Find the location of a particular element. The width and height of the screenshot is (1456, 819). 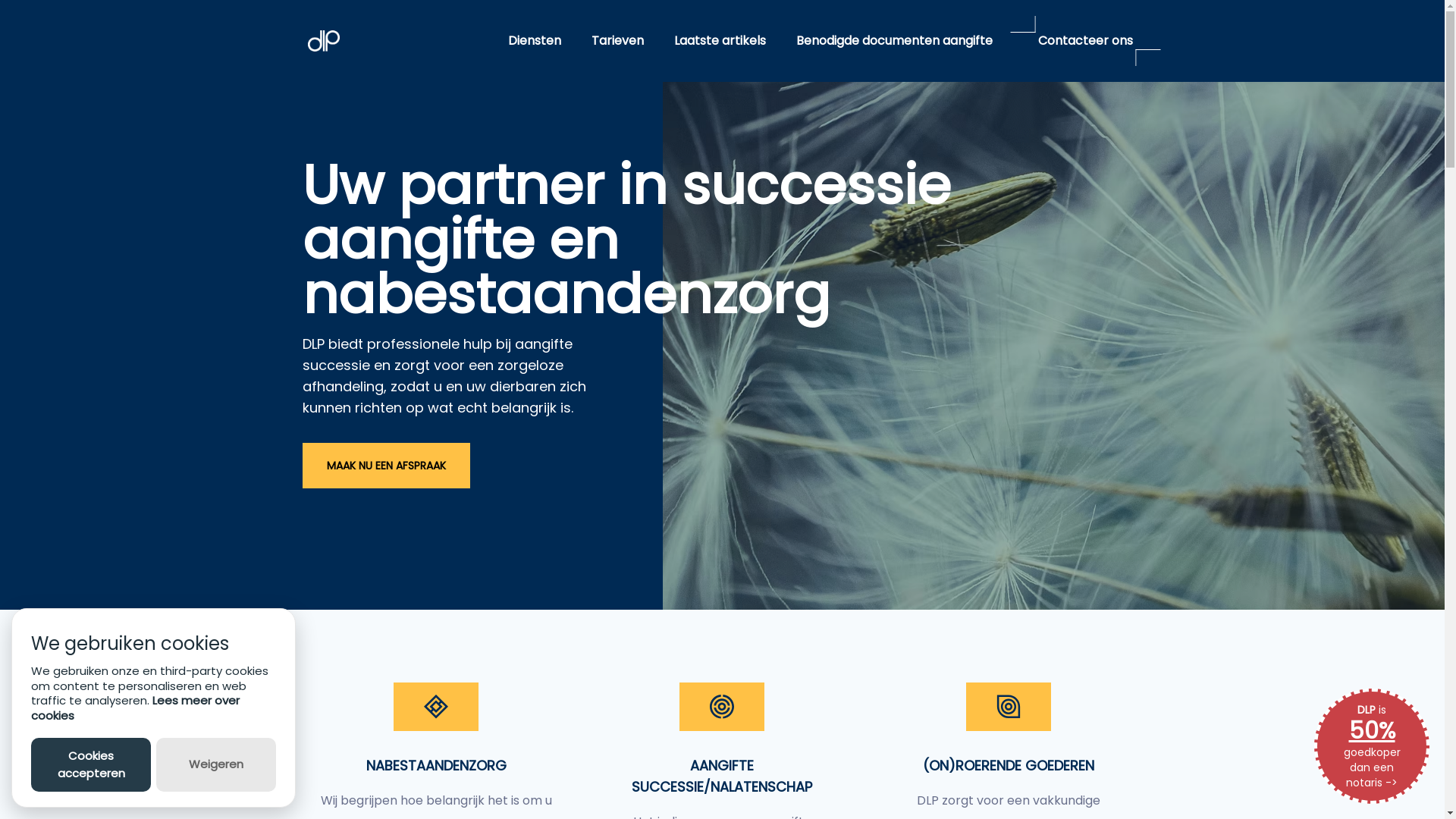

'Cookies accepteren' is located at coordinates (90, 764).